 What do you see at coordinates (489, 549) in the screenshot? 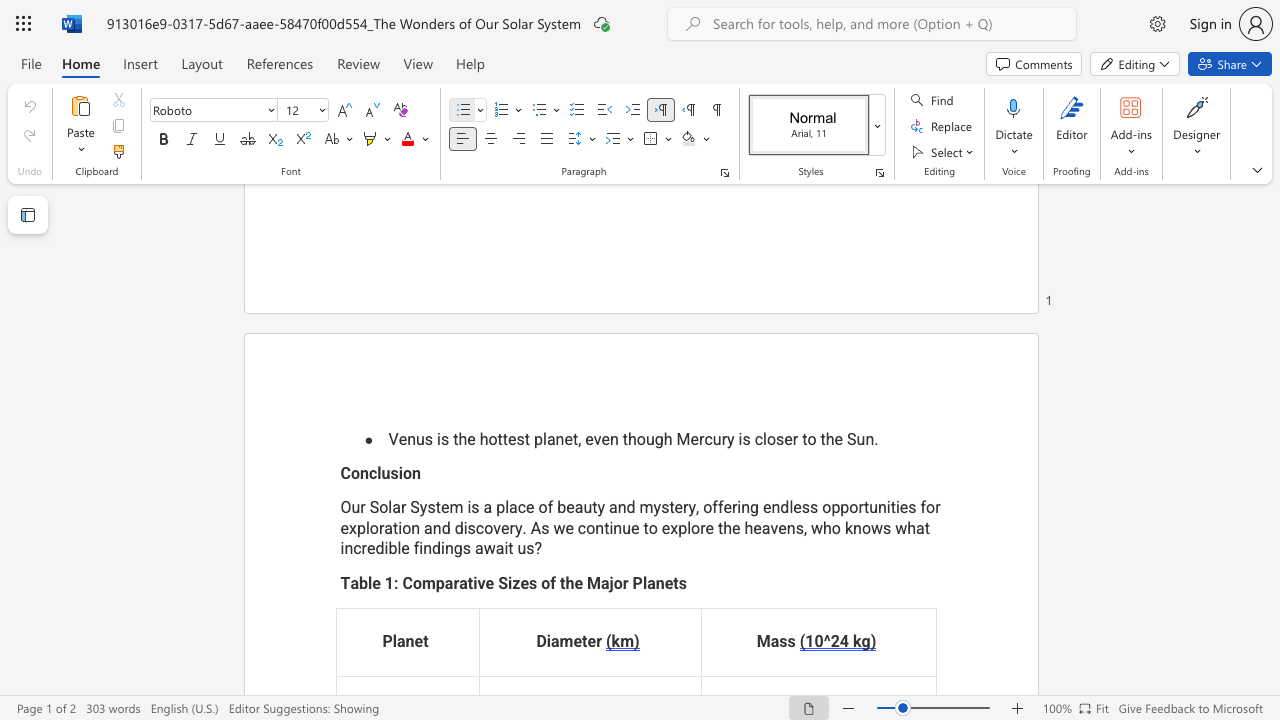
I see `the 5th character "w" in the text` at bounding box center [489, 549].